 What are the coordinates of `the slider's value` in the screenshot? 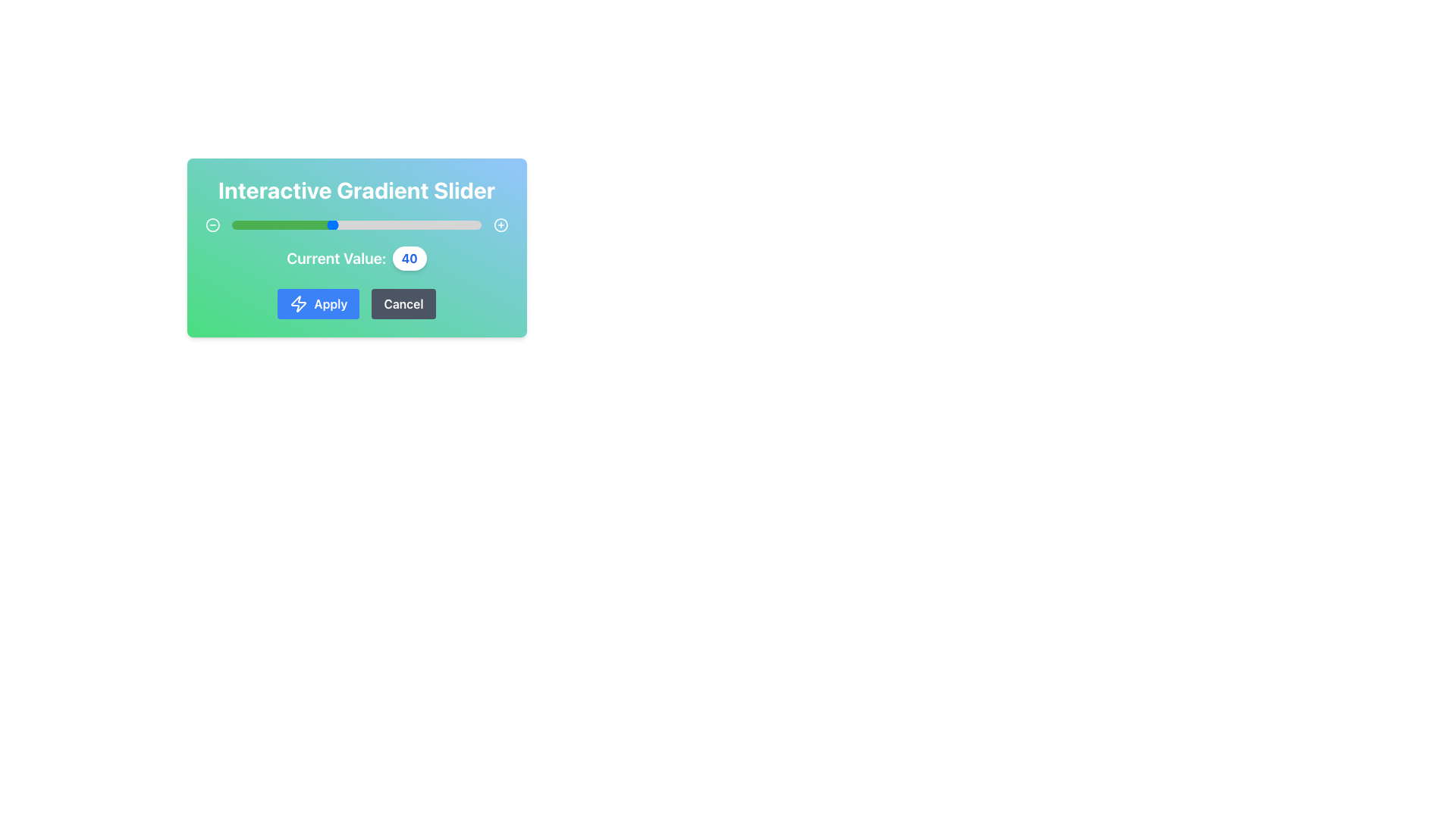 It's located at (389, 225).